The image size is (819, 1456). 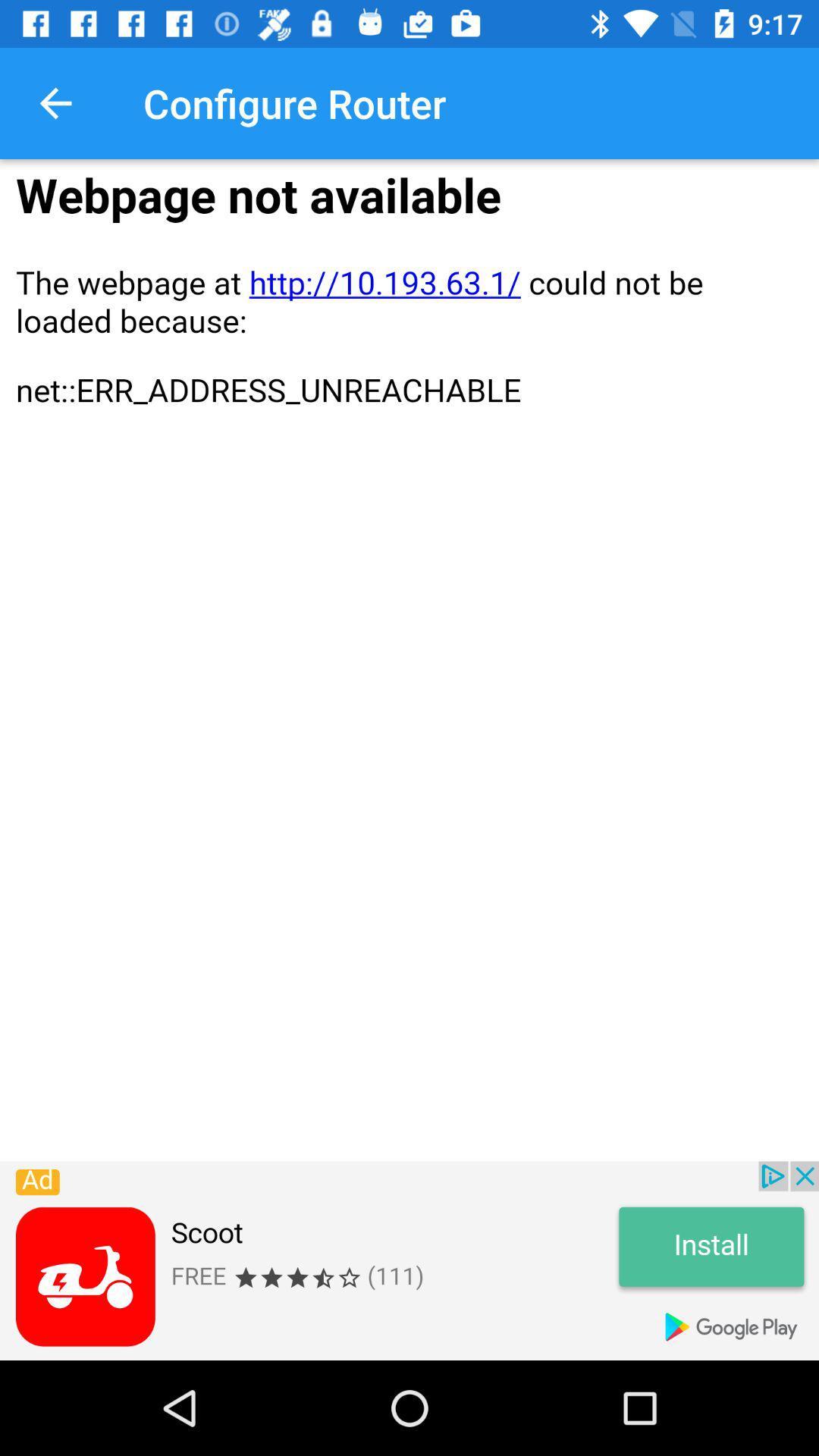 I want to click on advertisement, so click(x=409, y=1260).